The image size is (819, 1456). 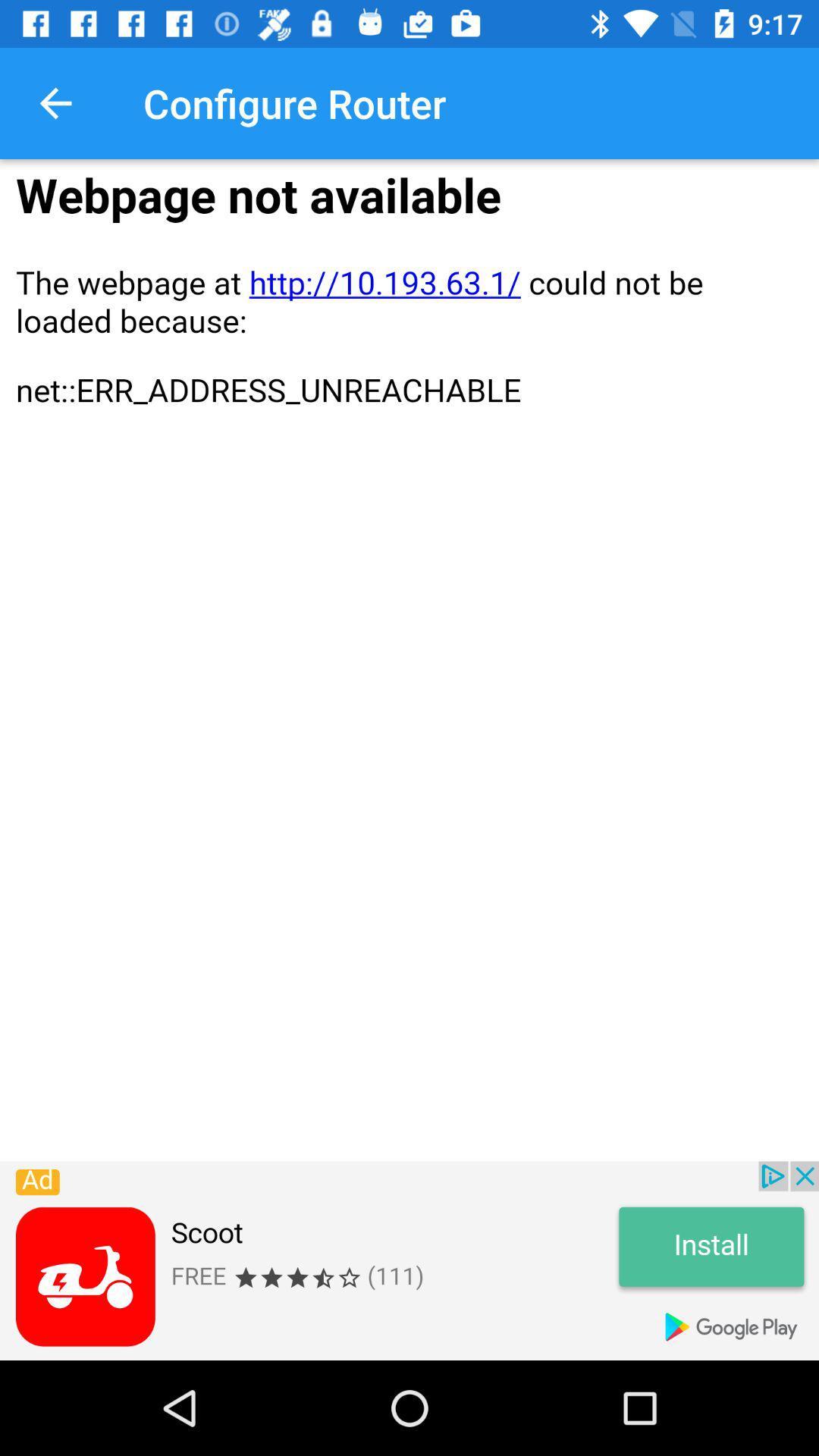 I want to click on advertisement, so click(x=409, y=1260).